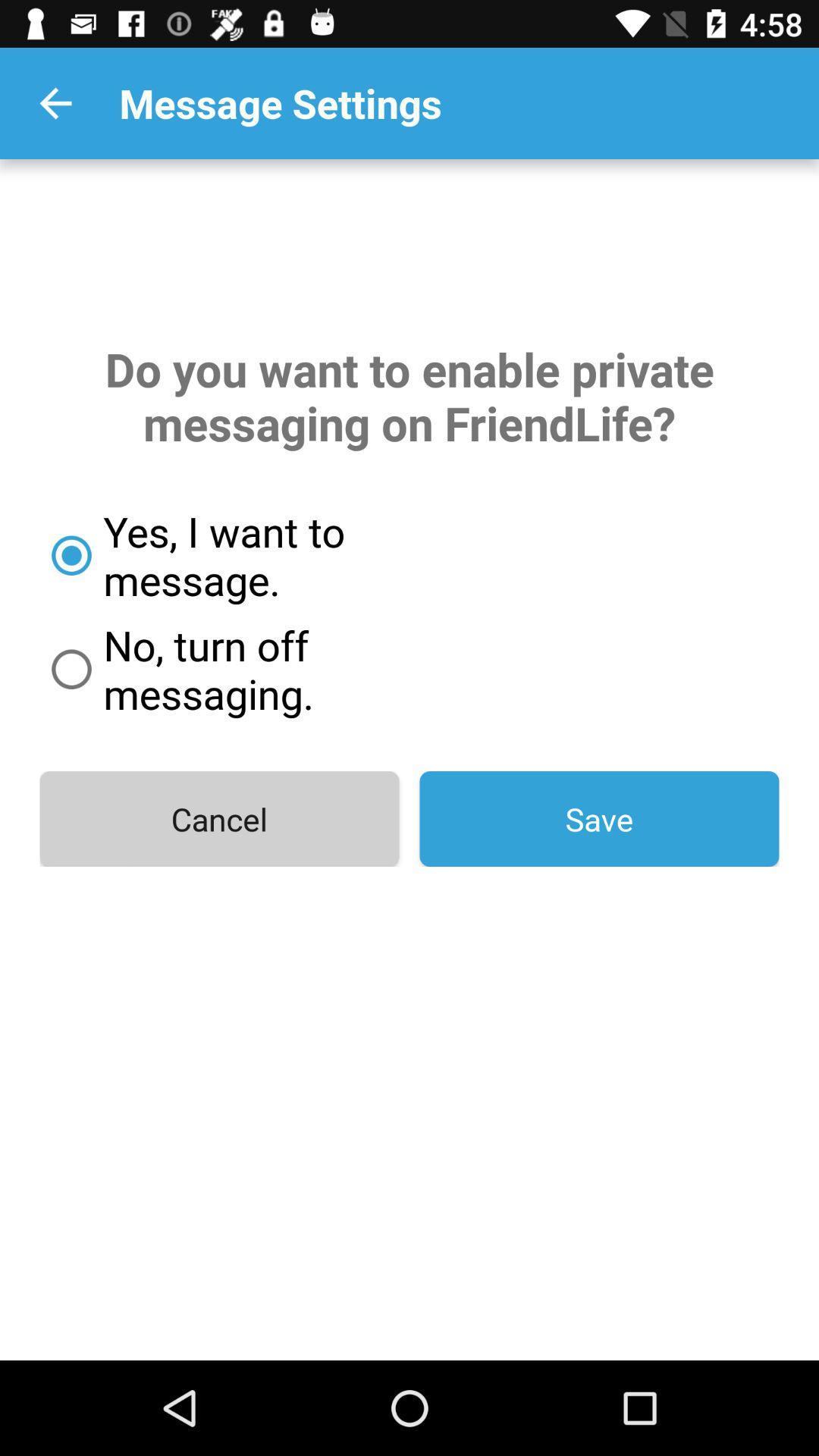 Image resolution: width=819 pixels, height=1456 pixels. Describe the element at coordinates (55, 102) in the screenshot. I see `the icon to the left of the message settings app` at that location.